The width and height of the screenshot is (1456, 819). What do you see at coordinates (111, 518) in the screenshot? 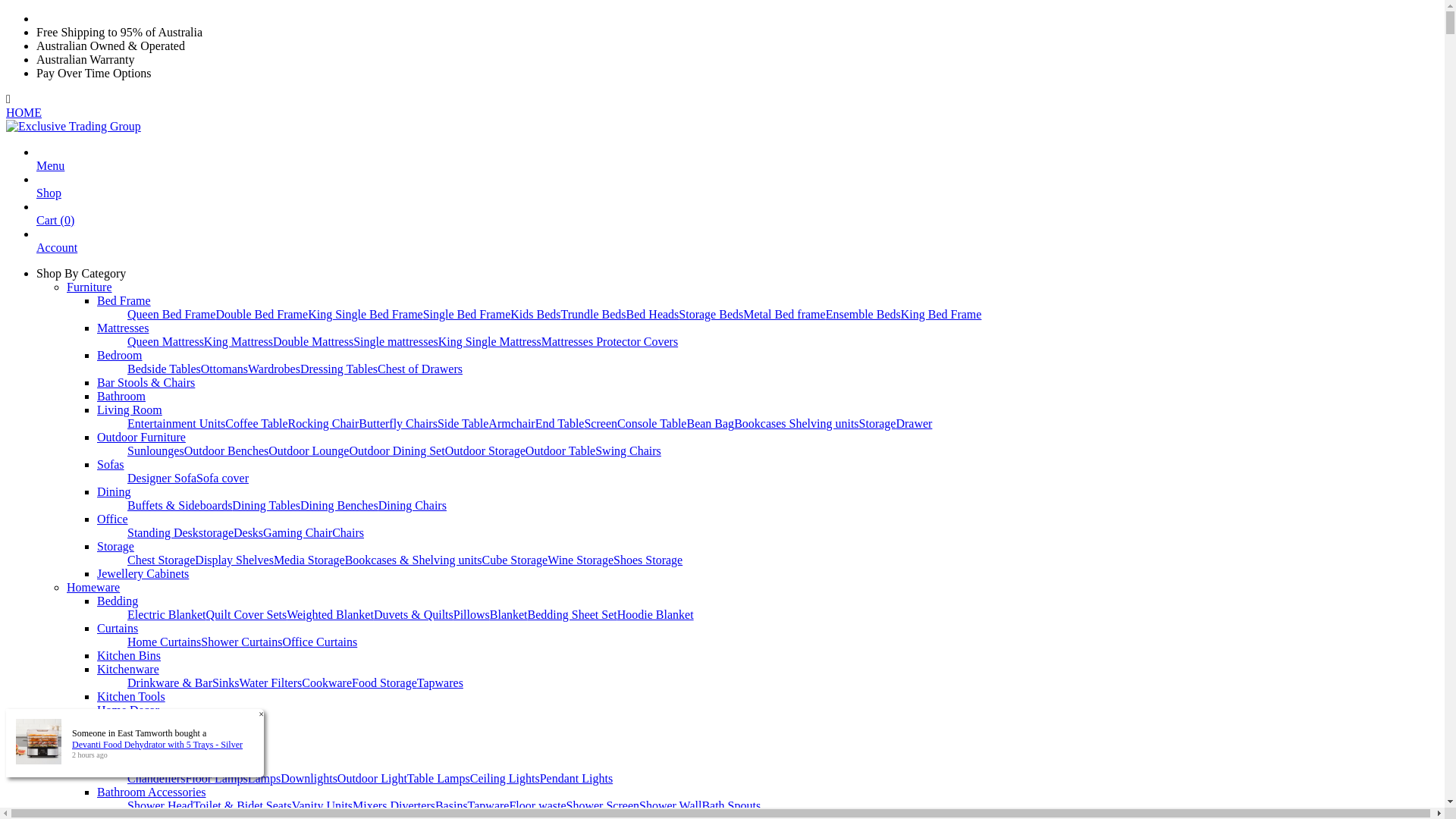
I see `'Office'` at bounding box center [111, 518].